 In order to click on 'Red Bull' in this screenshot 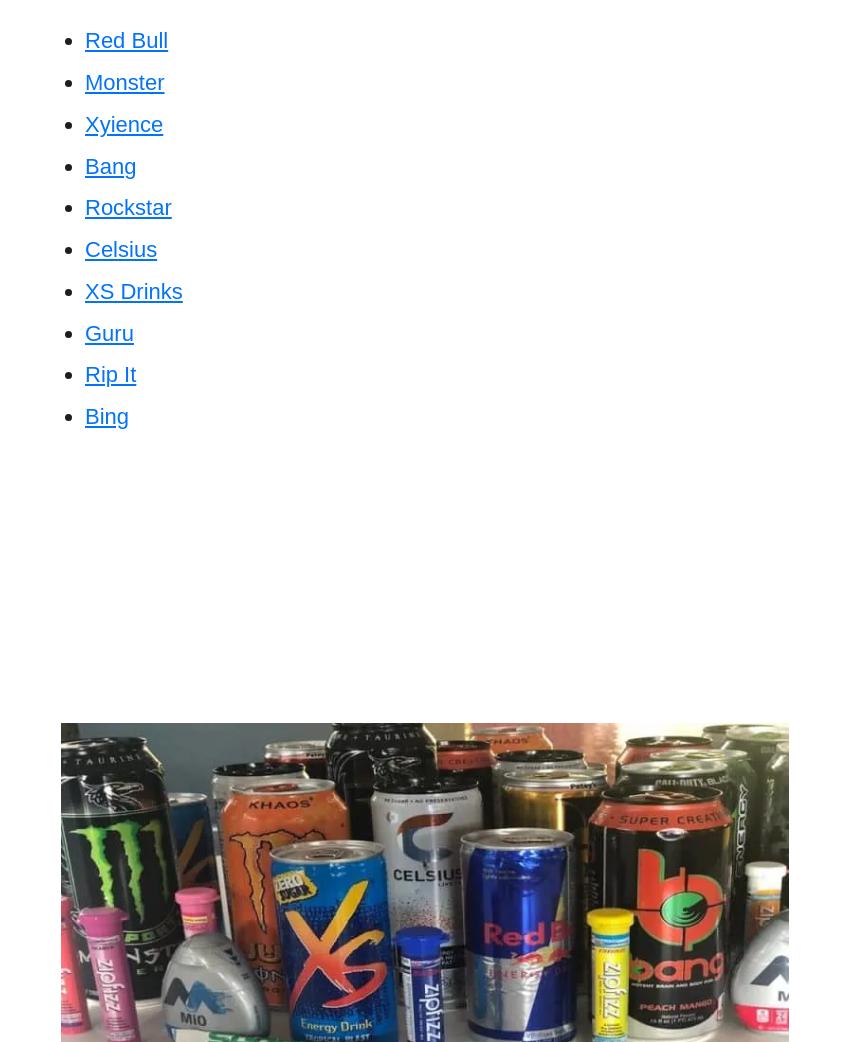, I will do `click(125, 39)`.